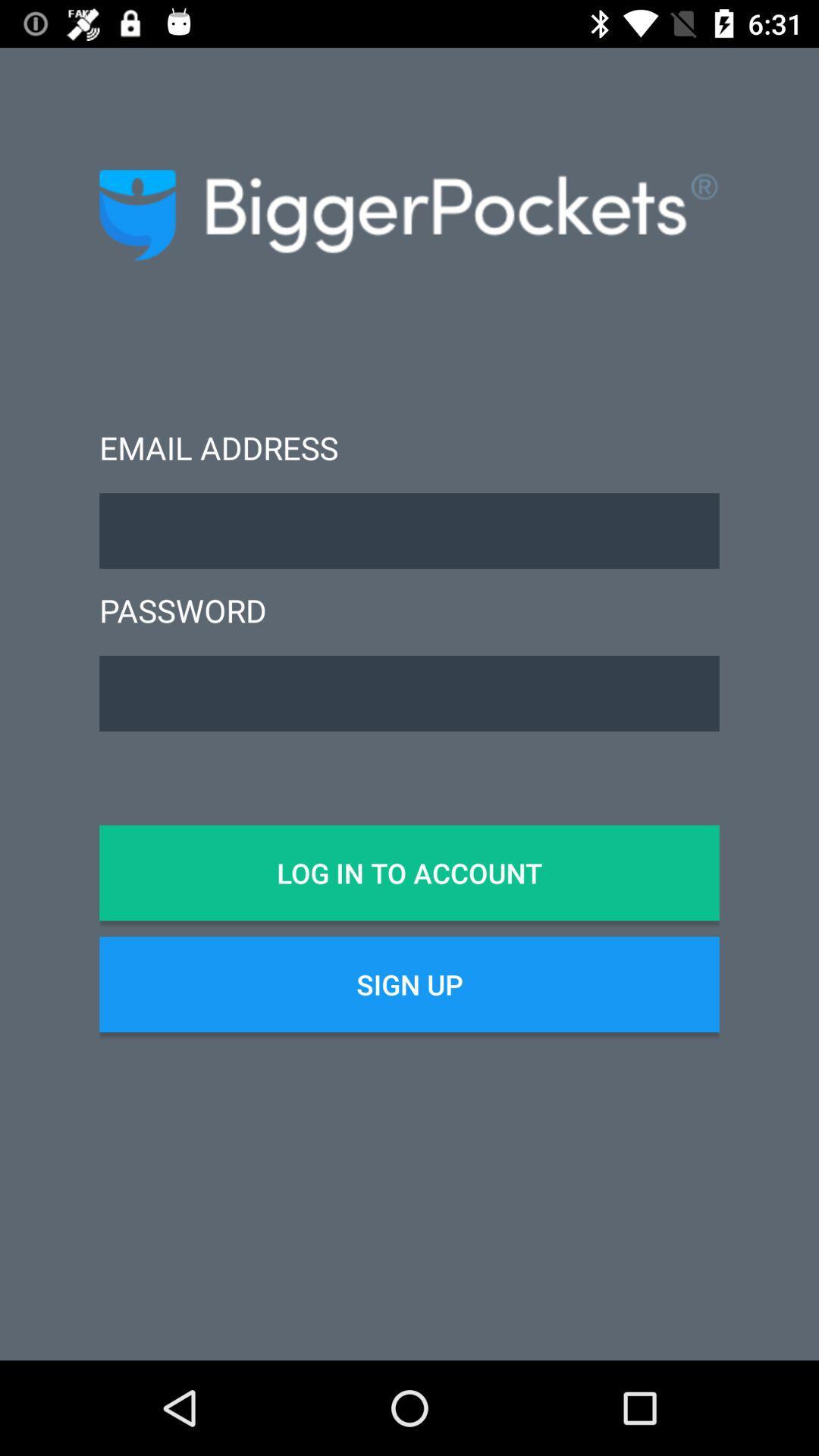 The height and width of the screenshot is (1456, 819). I want to click on sign up button, so click(409, 984).